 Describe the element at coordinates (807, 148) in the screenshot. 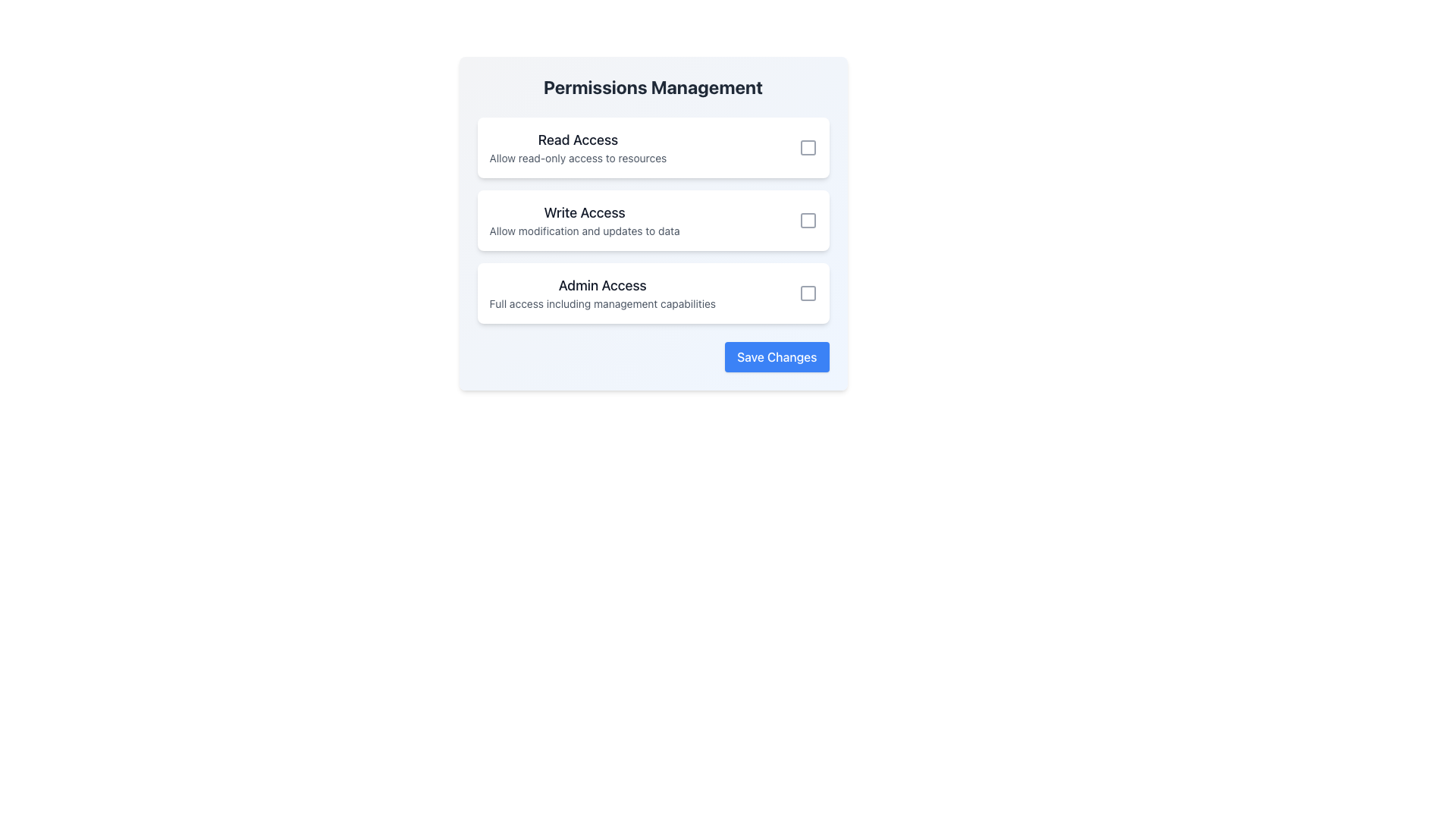

I see `the checkbox for 'Read Access'` at that location.